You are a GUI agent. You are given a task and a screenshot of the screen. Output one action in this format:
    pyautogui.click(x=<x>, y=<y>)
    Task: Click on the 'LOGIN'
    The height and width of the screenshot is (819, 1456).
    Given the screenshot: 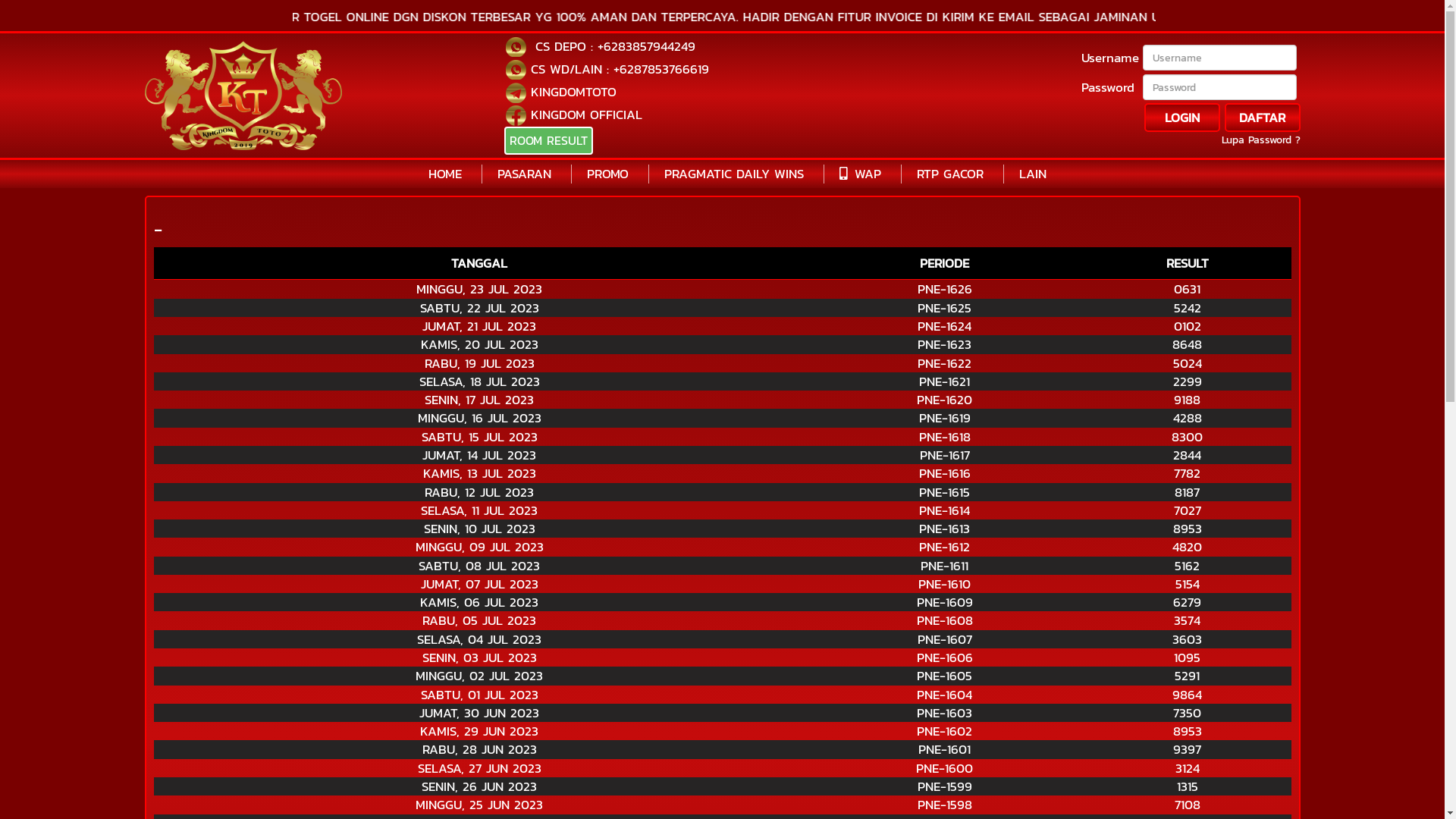 What is the action you would take?
    pyautogui.click(x=1181, y=116)
    